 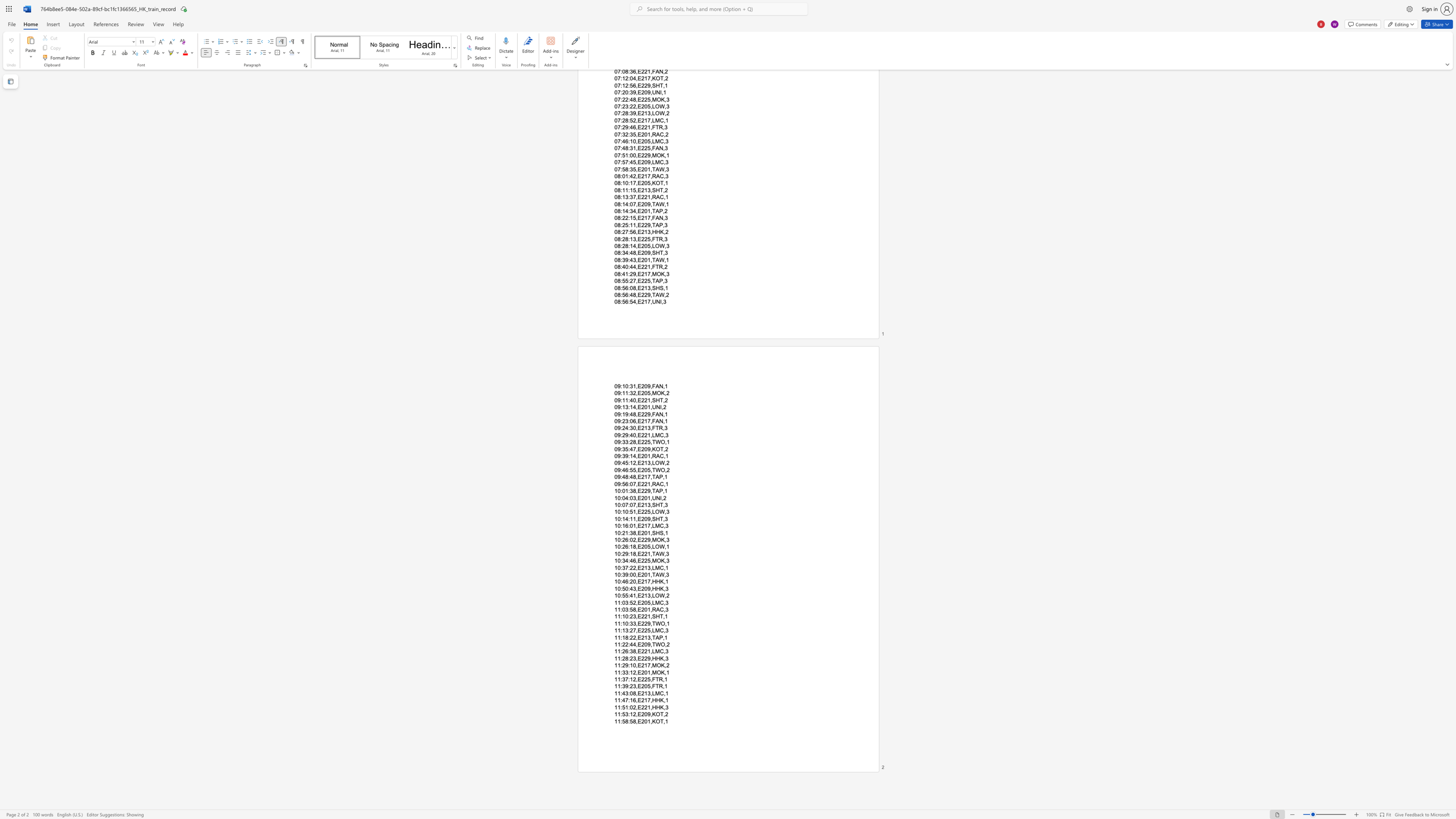 What do you see at coordinates (635, 721) in the screenshot?
I see `the space between the continuous character "8" and "," in the text` at bounding box center [635, 721].